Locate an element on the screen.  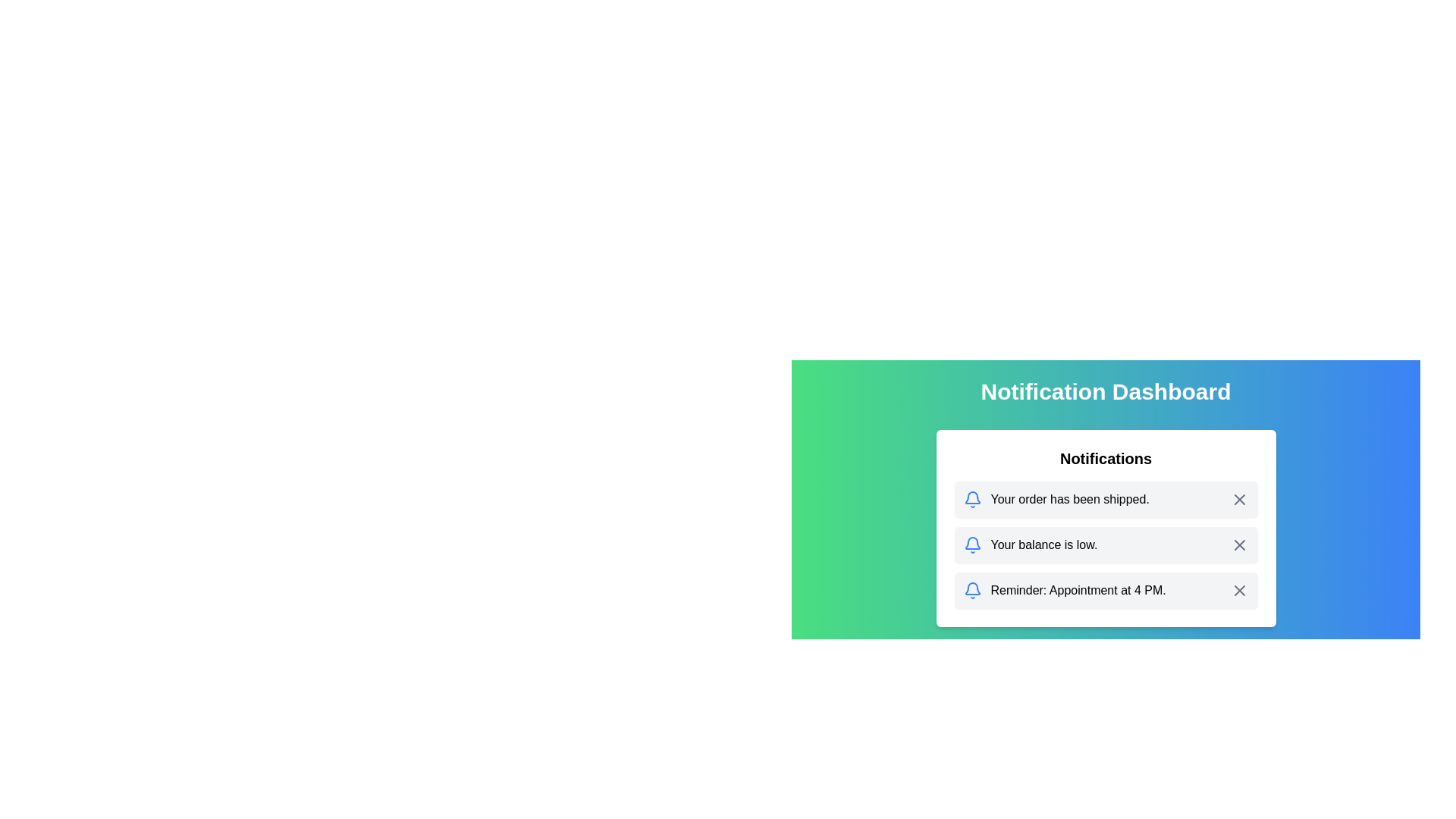
the SVG bell icon outlined in blue, which symbolizes notifications, located to the left of the text 'Your order has been shipped.' is located at coordinates (972, 500).